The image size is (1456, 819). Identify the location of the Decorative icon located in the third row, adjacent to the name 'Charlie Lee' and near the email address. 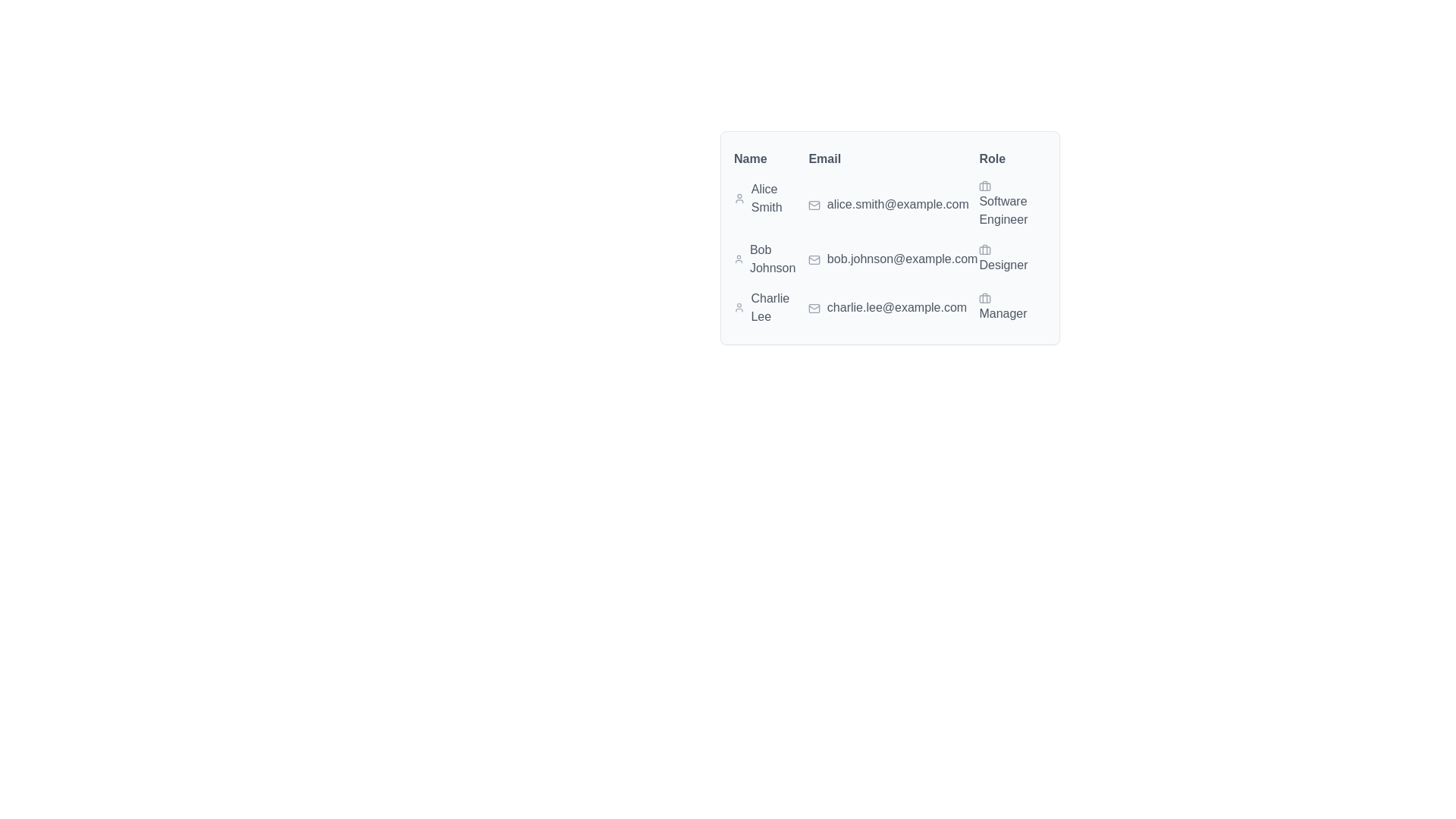
(814, 307).